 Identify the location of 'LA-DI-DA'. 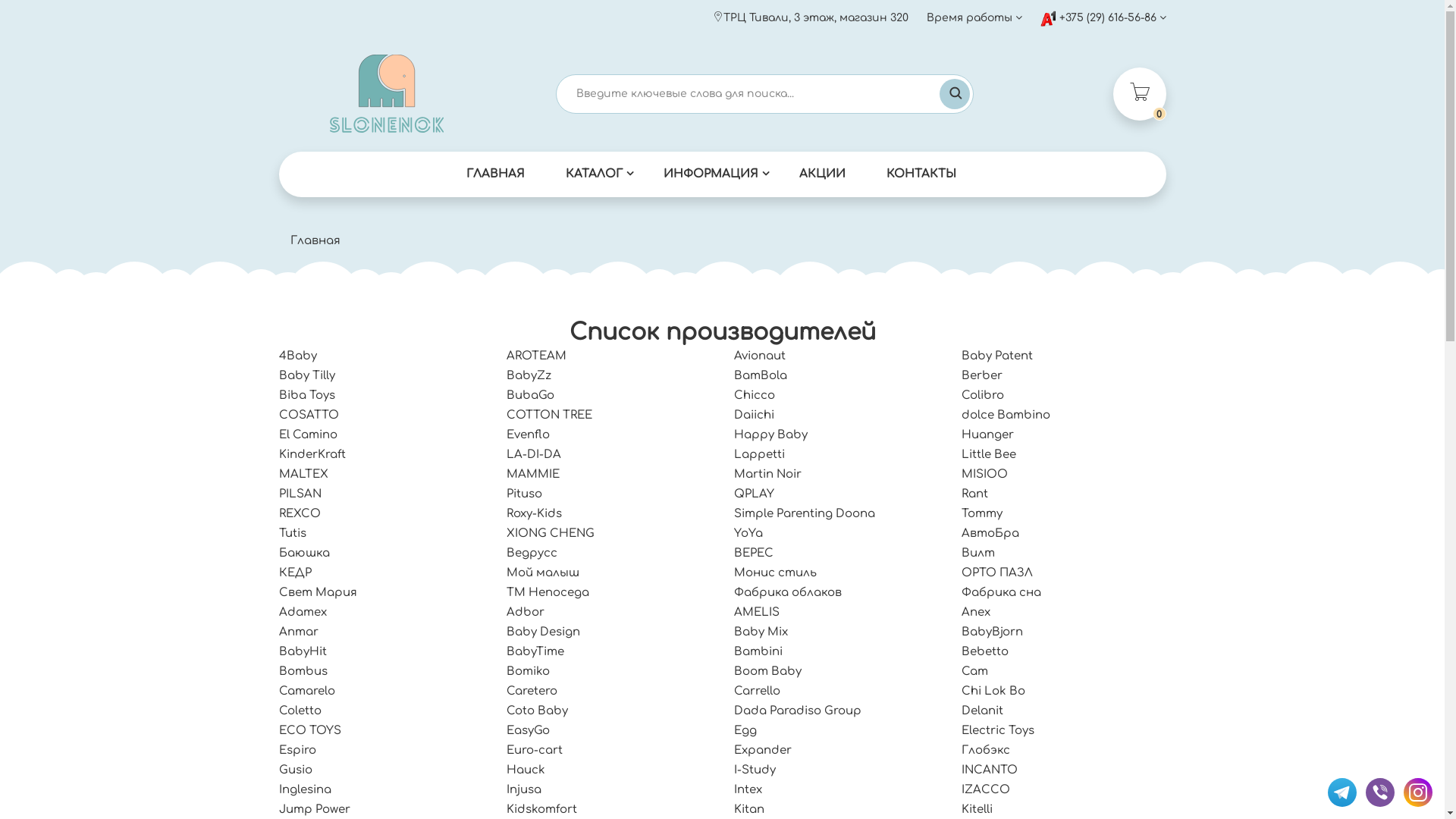
(534, 453).